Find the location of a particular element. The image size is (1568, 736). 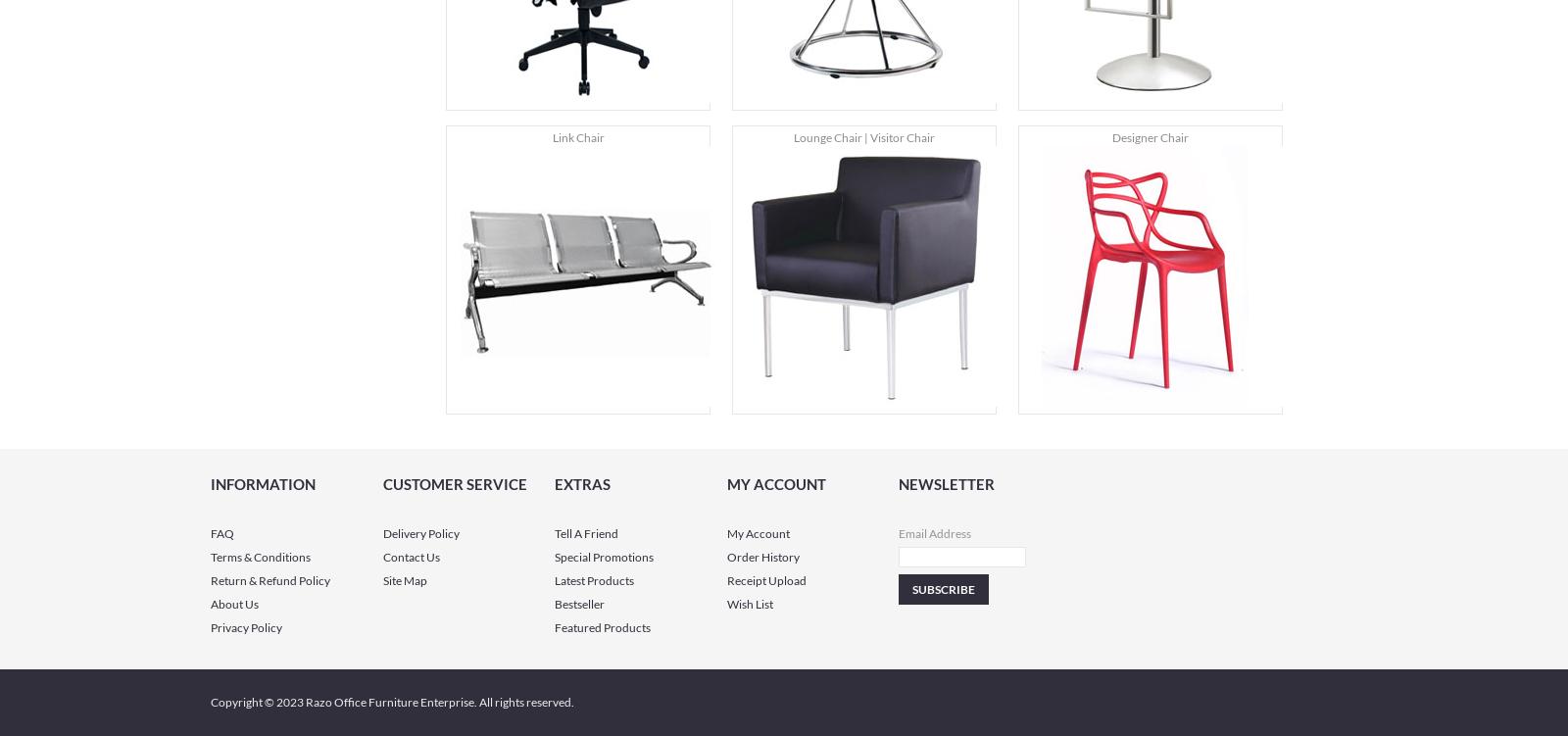

'Contact Us' is located at coordinates (410, 556).